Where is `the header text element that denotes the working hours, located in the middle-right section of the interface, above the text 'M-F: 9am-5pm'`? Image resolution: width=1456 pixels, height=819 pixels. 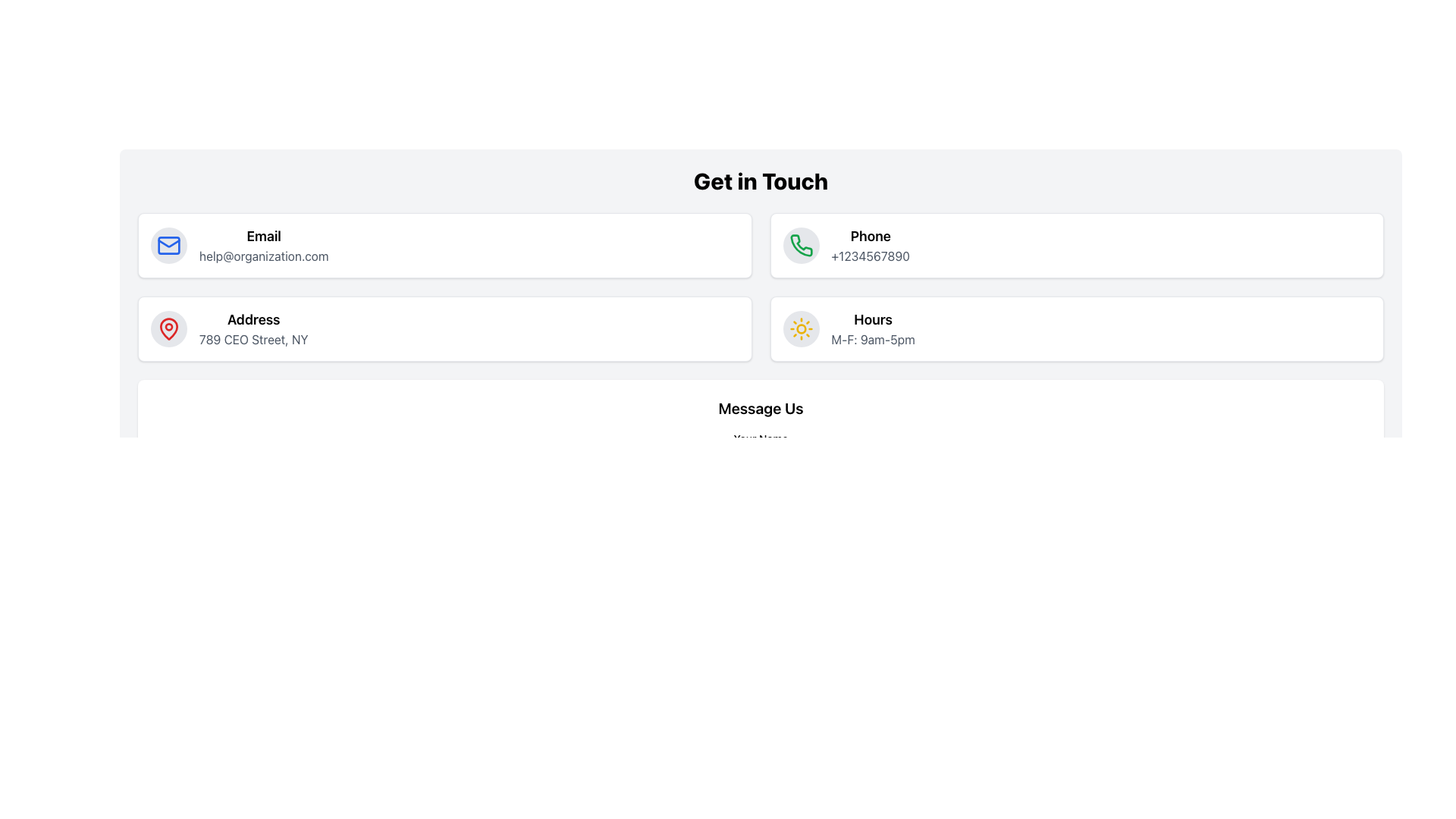
the header text element that denotes the working hours, located in the middle-right section of the interface, above the text 'M-F: 9am-5pm' is located at coordinates (873, 318).